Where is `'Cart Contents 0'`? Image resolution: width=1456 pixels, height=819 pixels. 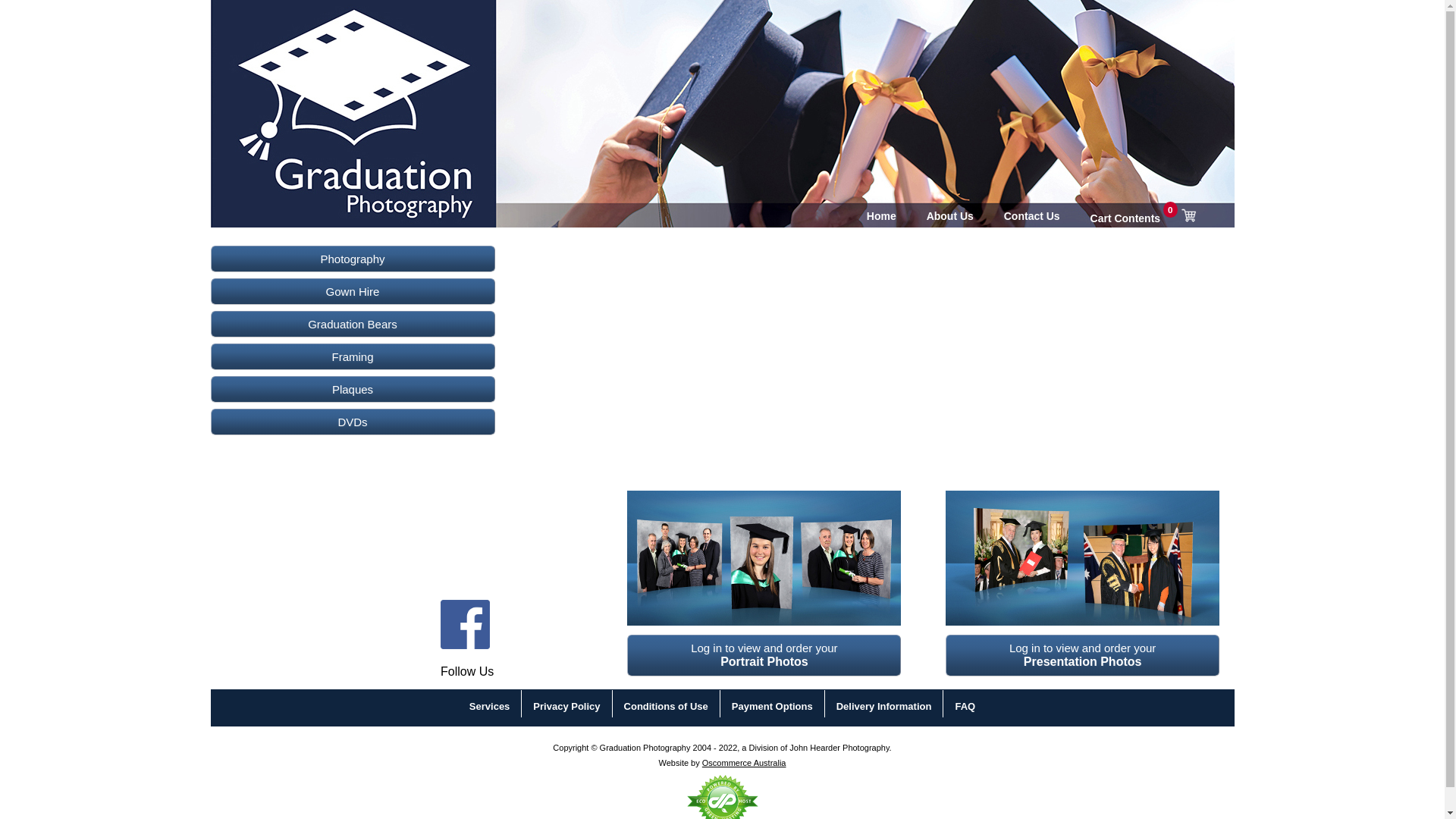
'Cart Contents 0' is located at coordinates (1143, 215).